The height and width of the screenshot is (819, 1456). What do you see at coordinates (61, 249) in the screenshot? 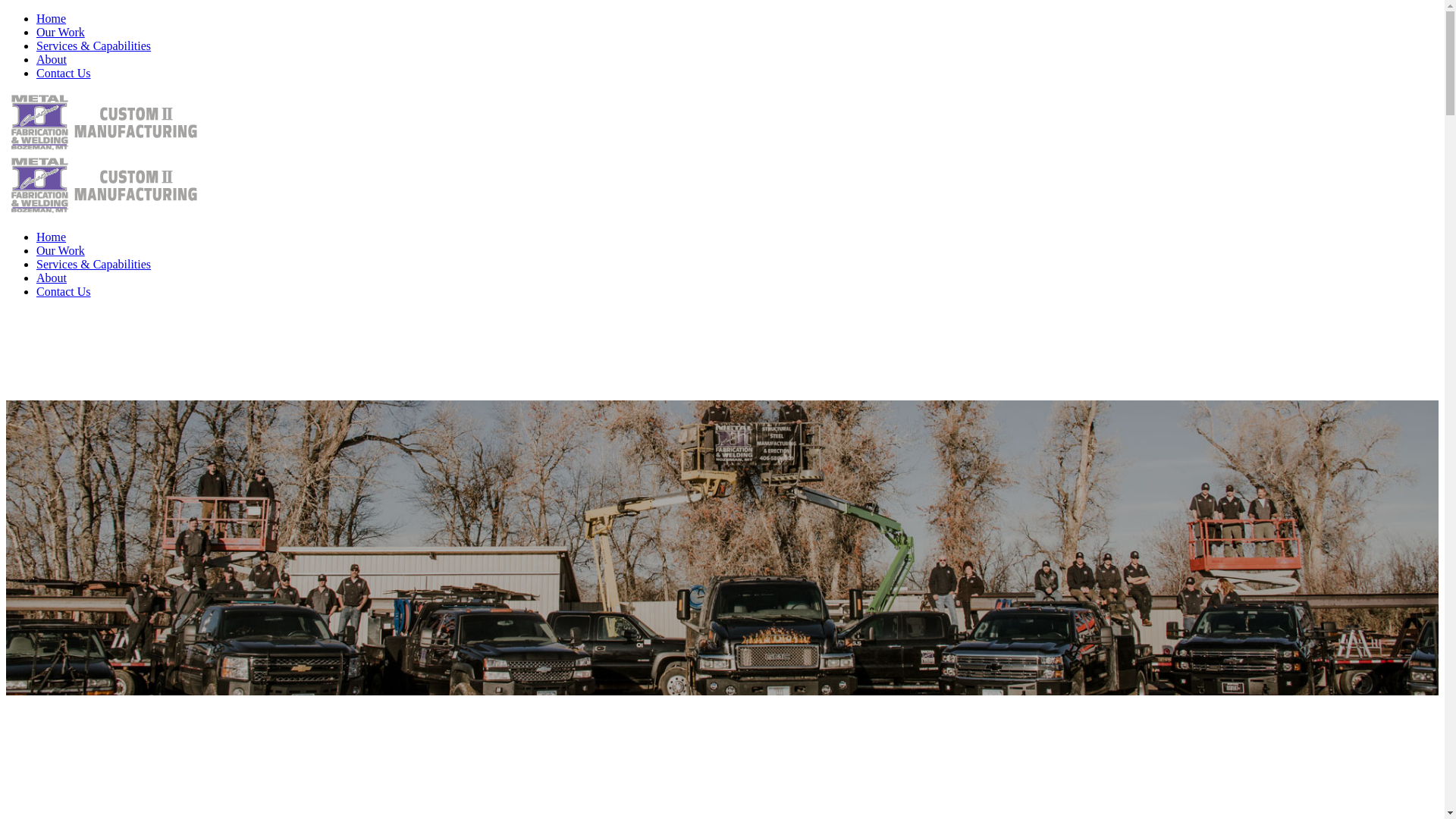
I see `'Our Work'` at bounding box center [61, 249].